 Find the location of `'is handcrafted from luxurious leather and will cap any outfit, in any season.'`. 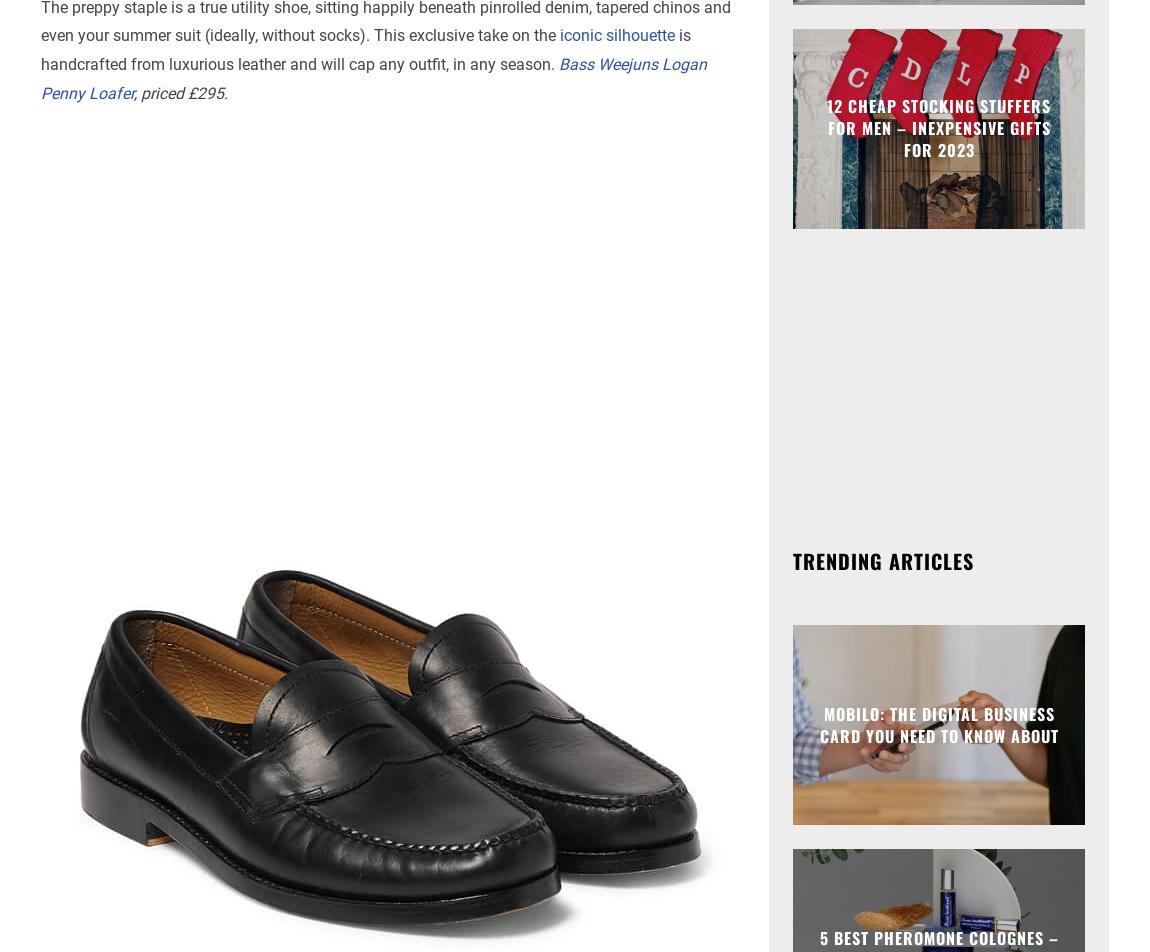

'is handcrafted from luxurious leather and will cap any outfit, in any season.' is located at coordinates (366, 49).